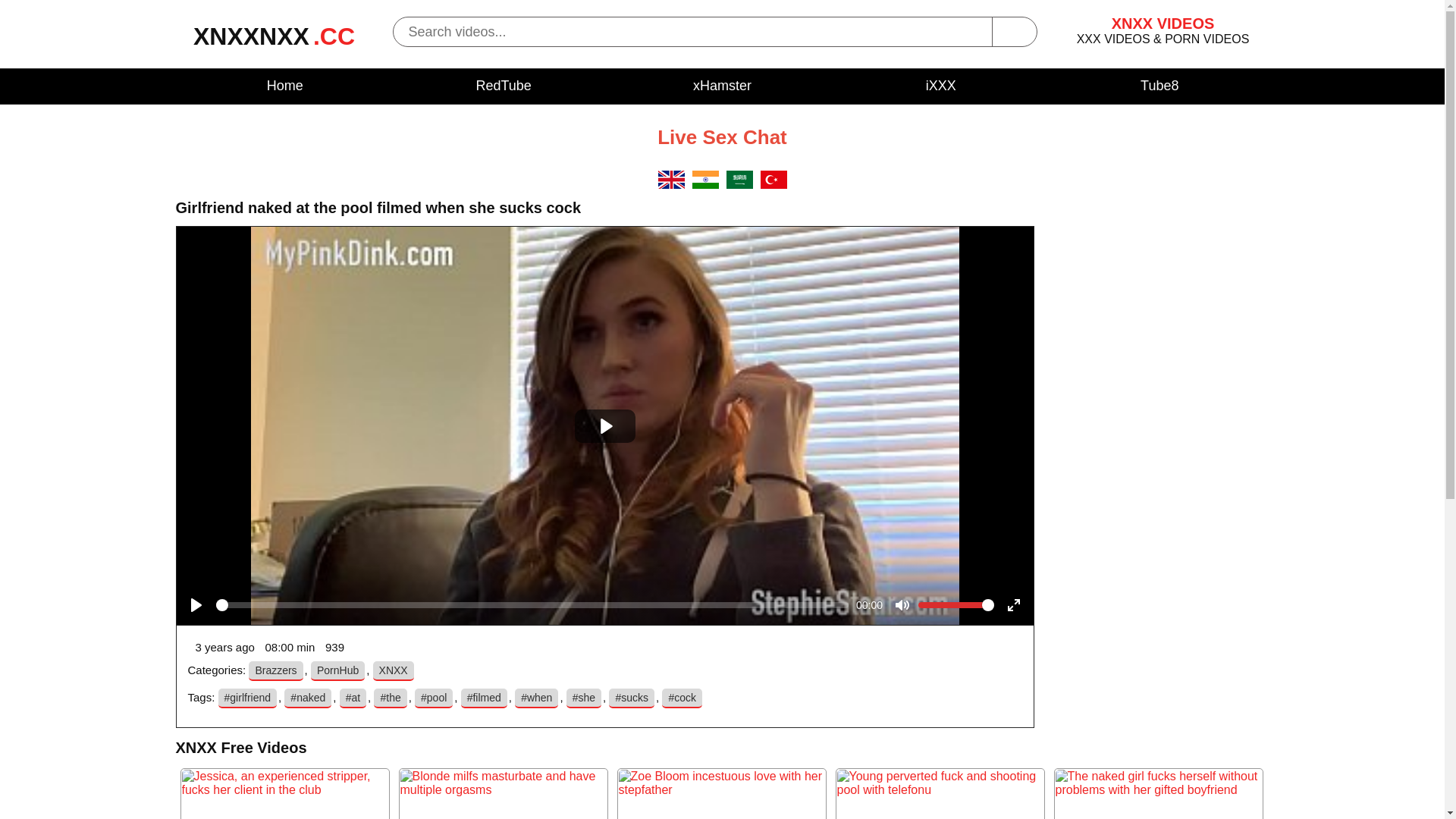  I want to click on '#filmed', so click(483, 698).